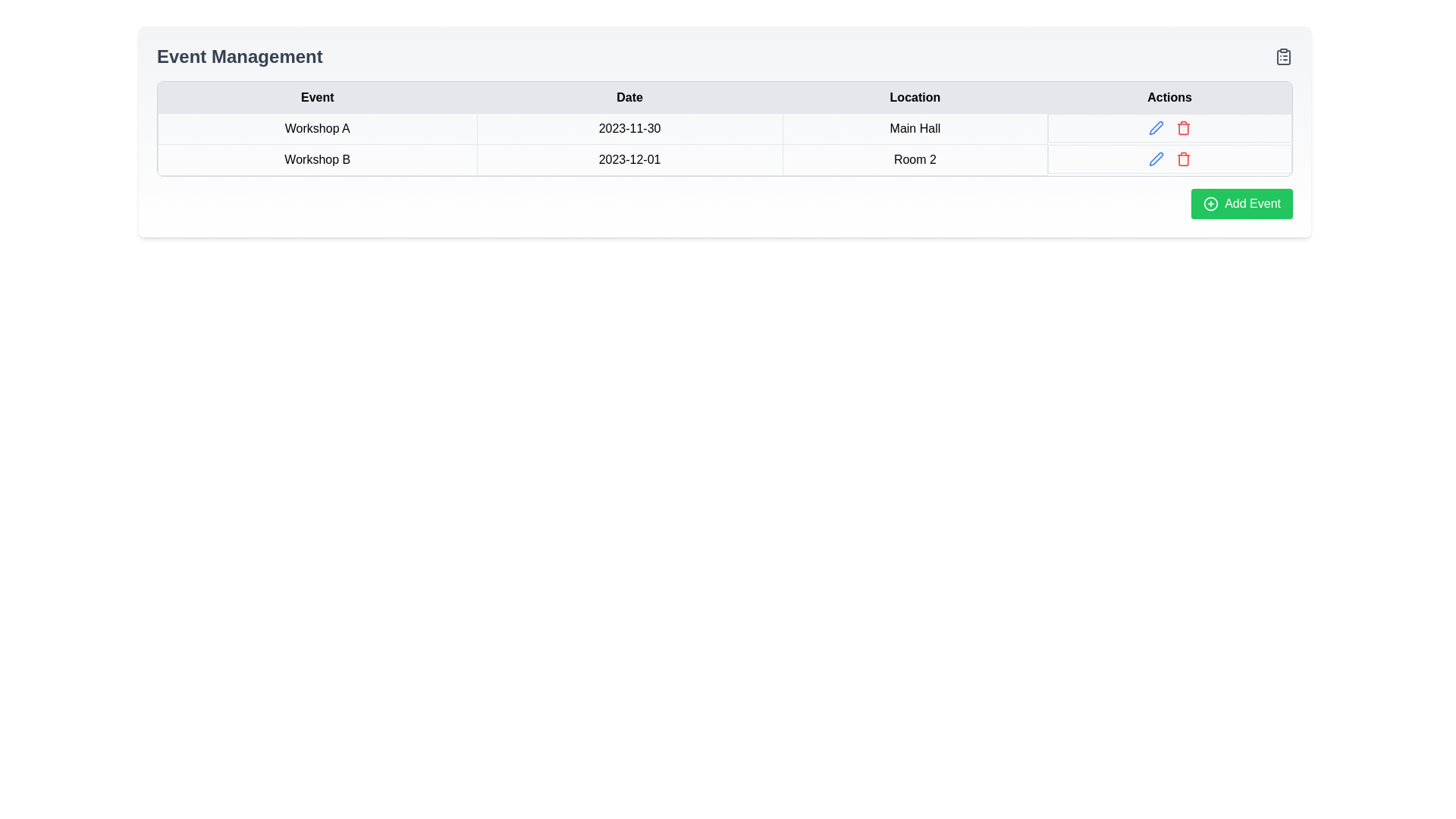 This screenshot has height=819, width=1456. What do you see at coordinates (1155, 158) in the screenshot?
I see `the edit button in the 'Actions' column corresponding to 'Workshop A'` at bounding box center [1155, 158].